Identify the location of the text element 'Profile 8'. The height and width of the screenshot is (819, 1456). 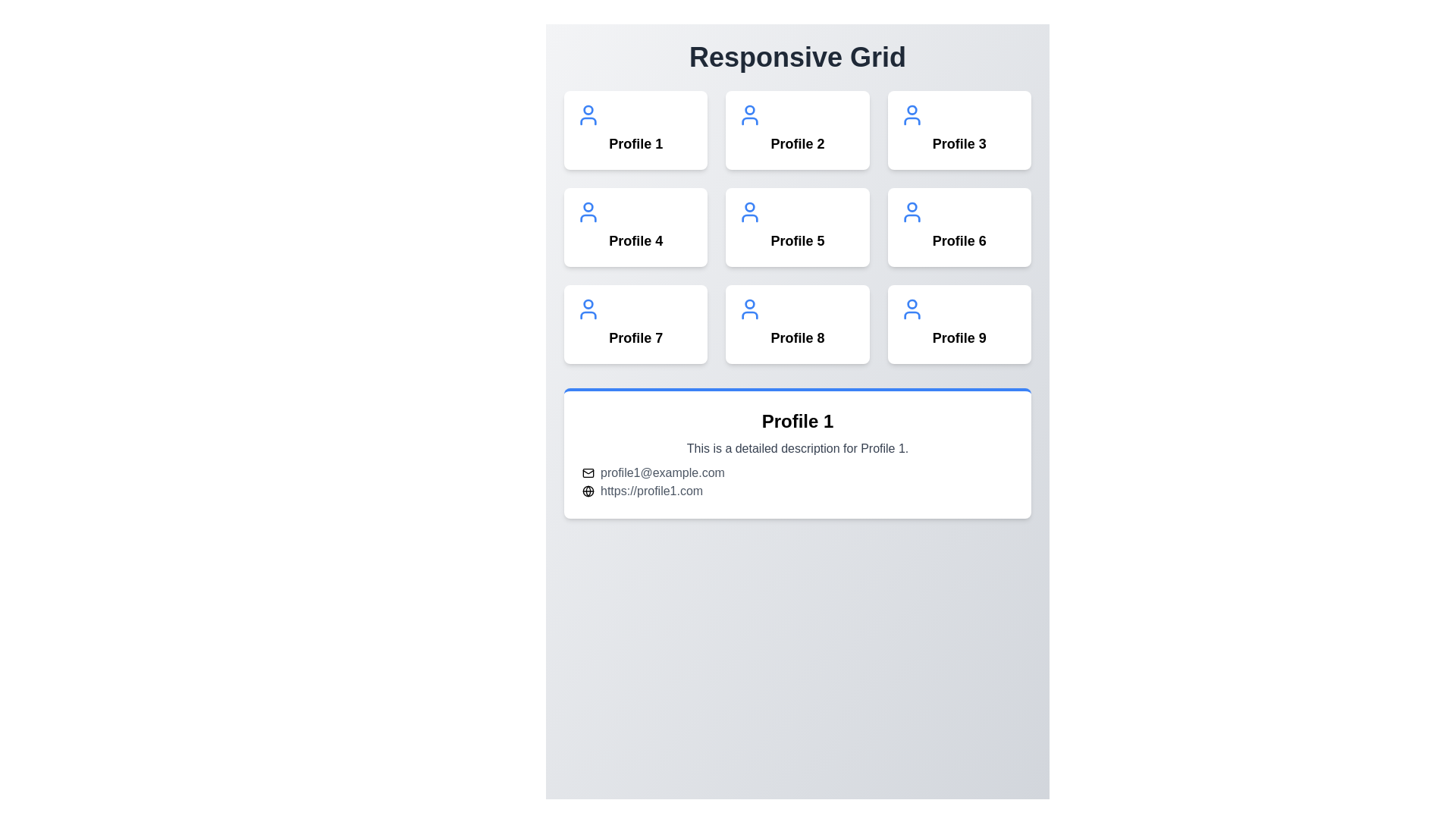
(796, 337).